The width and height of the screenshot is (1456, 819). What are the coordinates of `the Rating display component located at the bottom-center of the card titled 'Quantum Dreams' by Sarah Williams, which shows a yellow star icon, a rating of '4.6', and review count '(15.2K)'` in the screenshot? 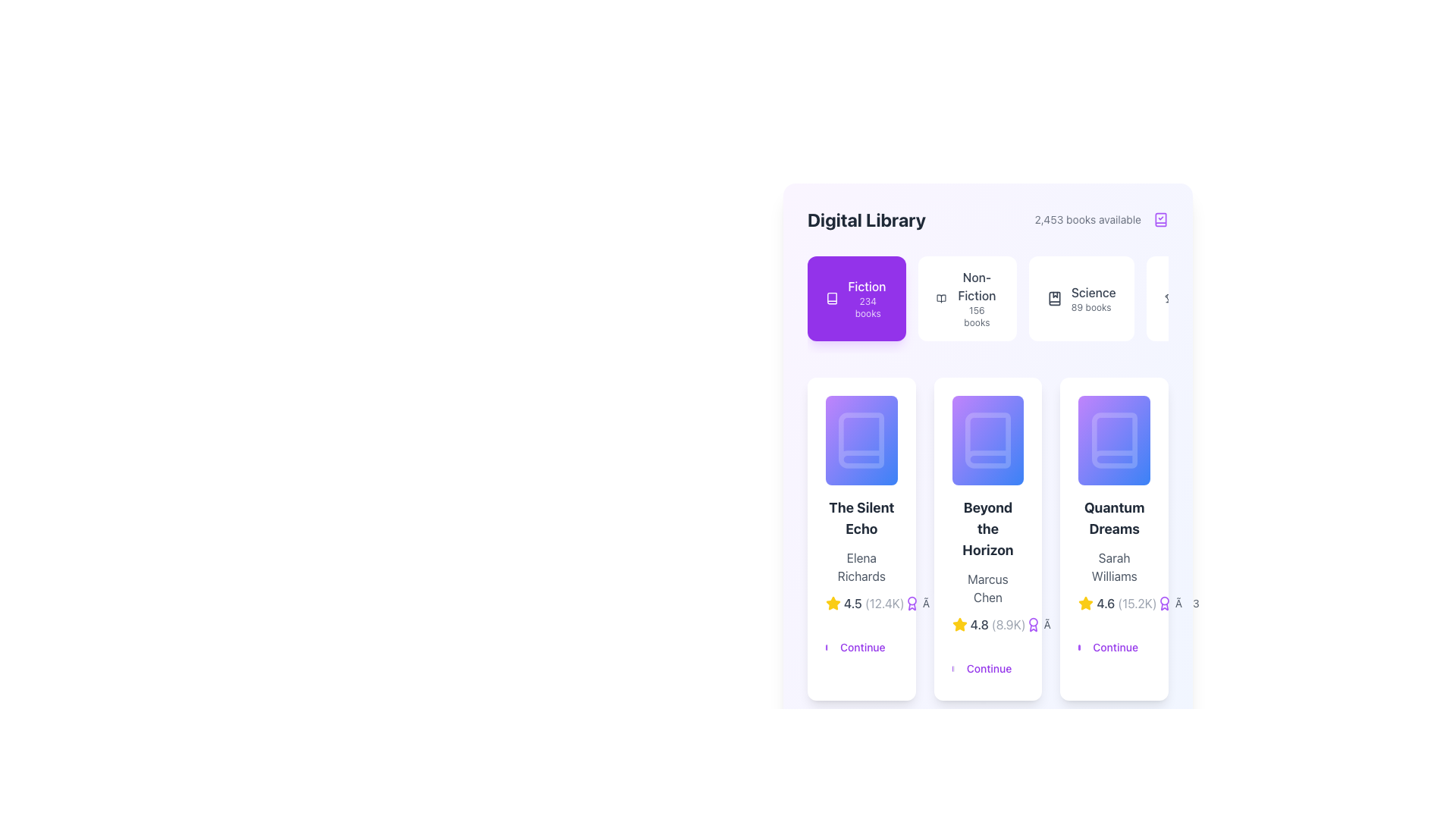 It's located at (1117, 603).